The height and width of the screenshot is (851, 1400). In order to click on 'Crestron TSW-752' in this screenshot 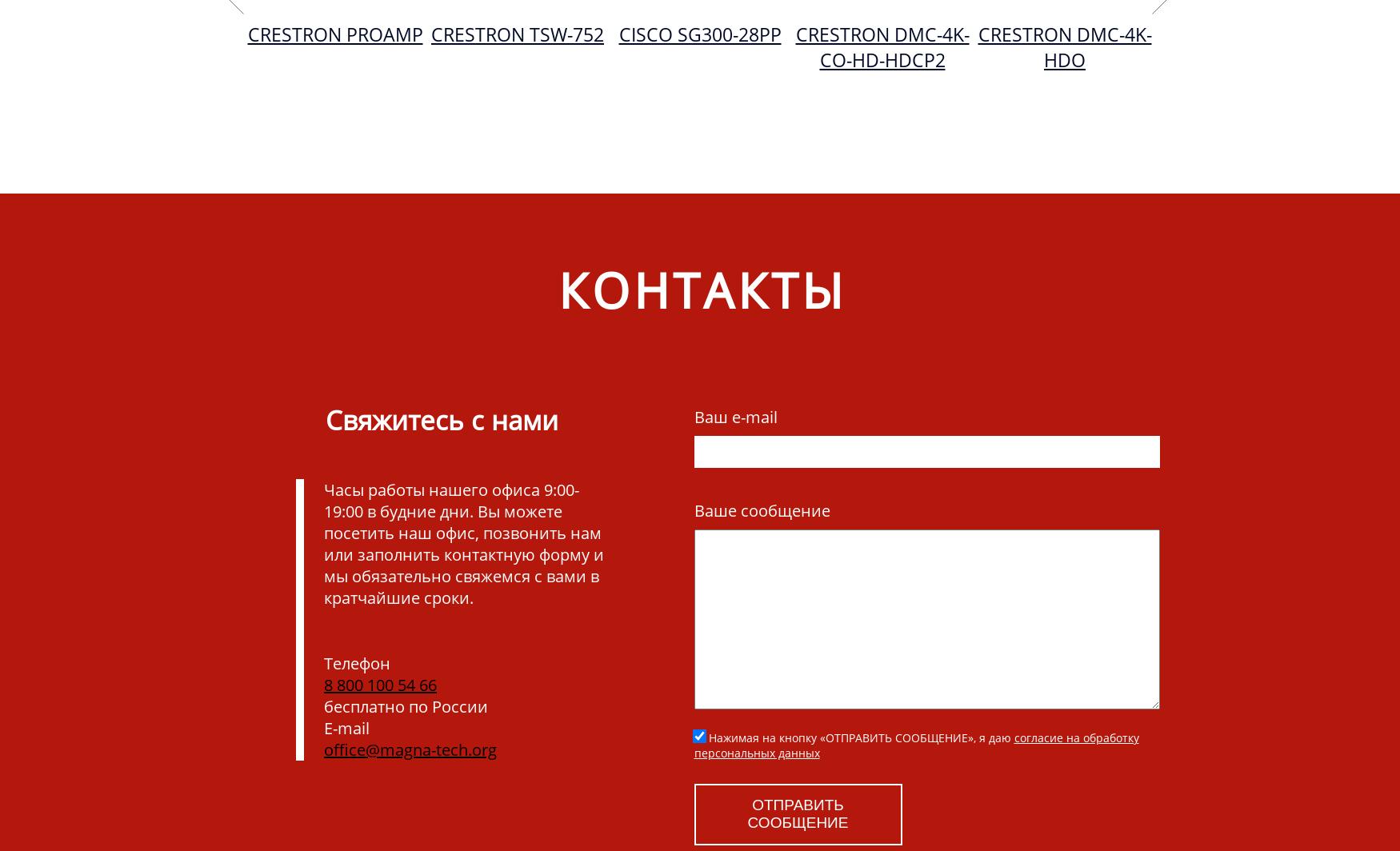, I will do `click(516, 34)`.